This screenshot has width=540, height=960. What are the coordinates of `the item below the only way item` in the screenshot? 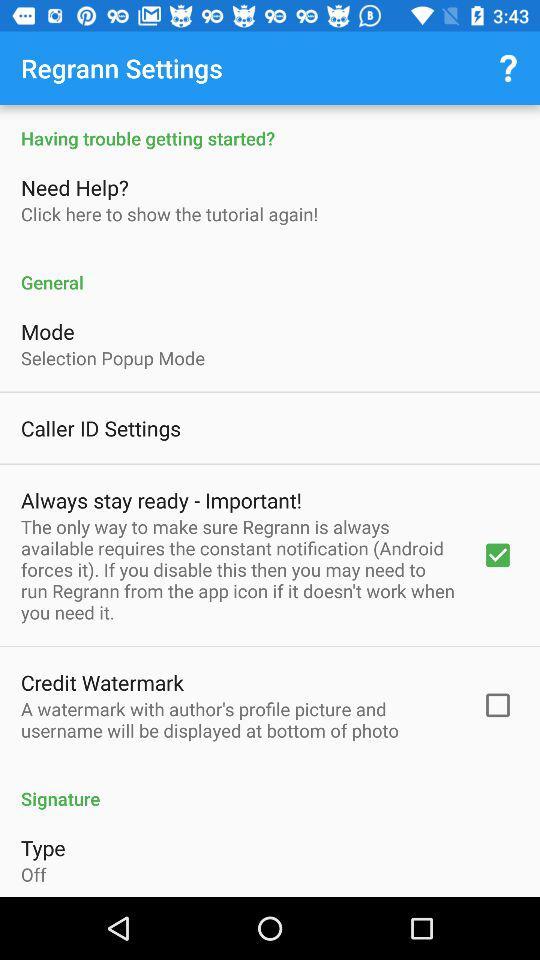 It's located at (102, 682).